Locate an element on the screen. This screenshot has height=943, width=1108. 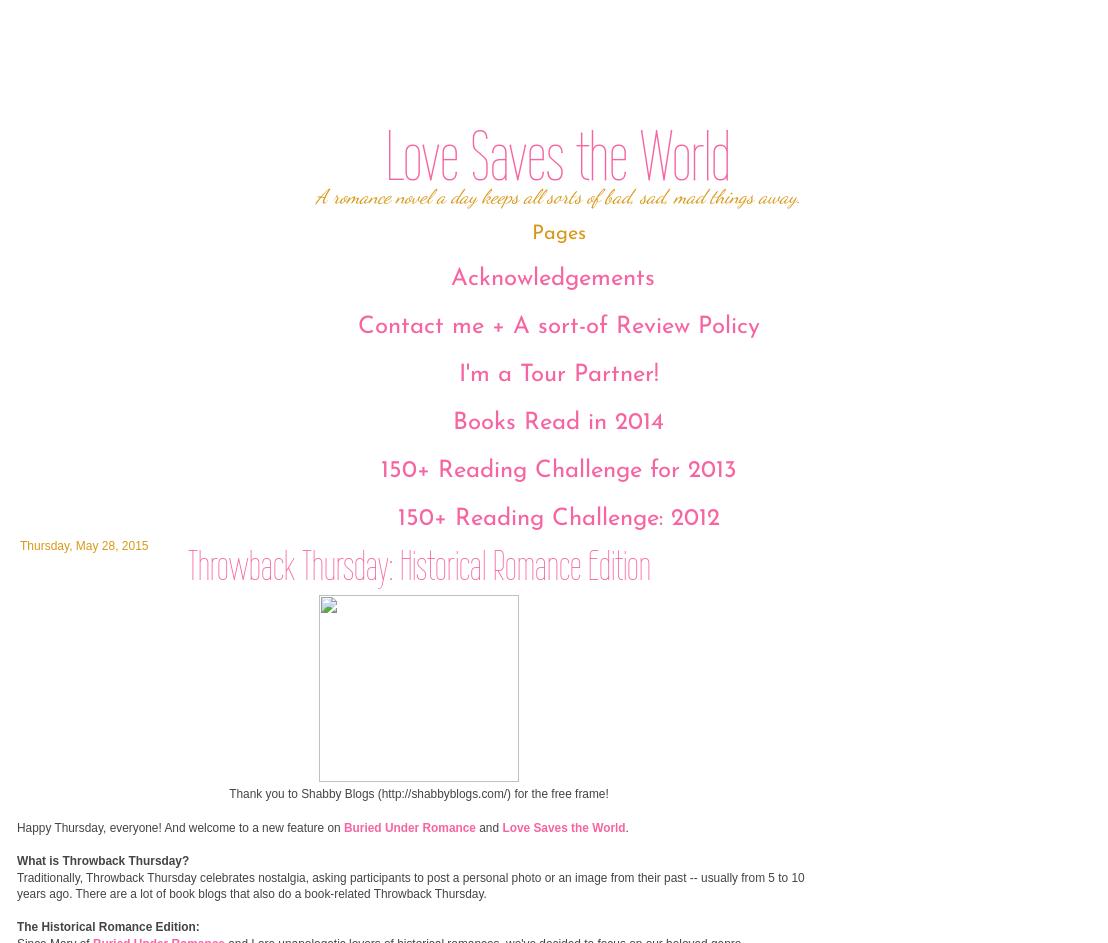
'Buried Under Romance' is located at coordinates (408, 826).